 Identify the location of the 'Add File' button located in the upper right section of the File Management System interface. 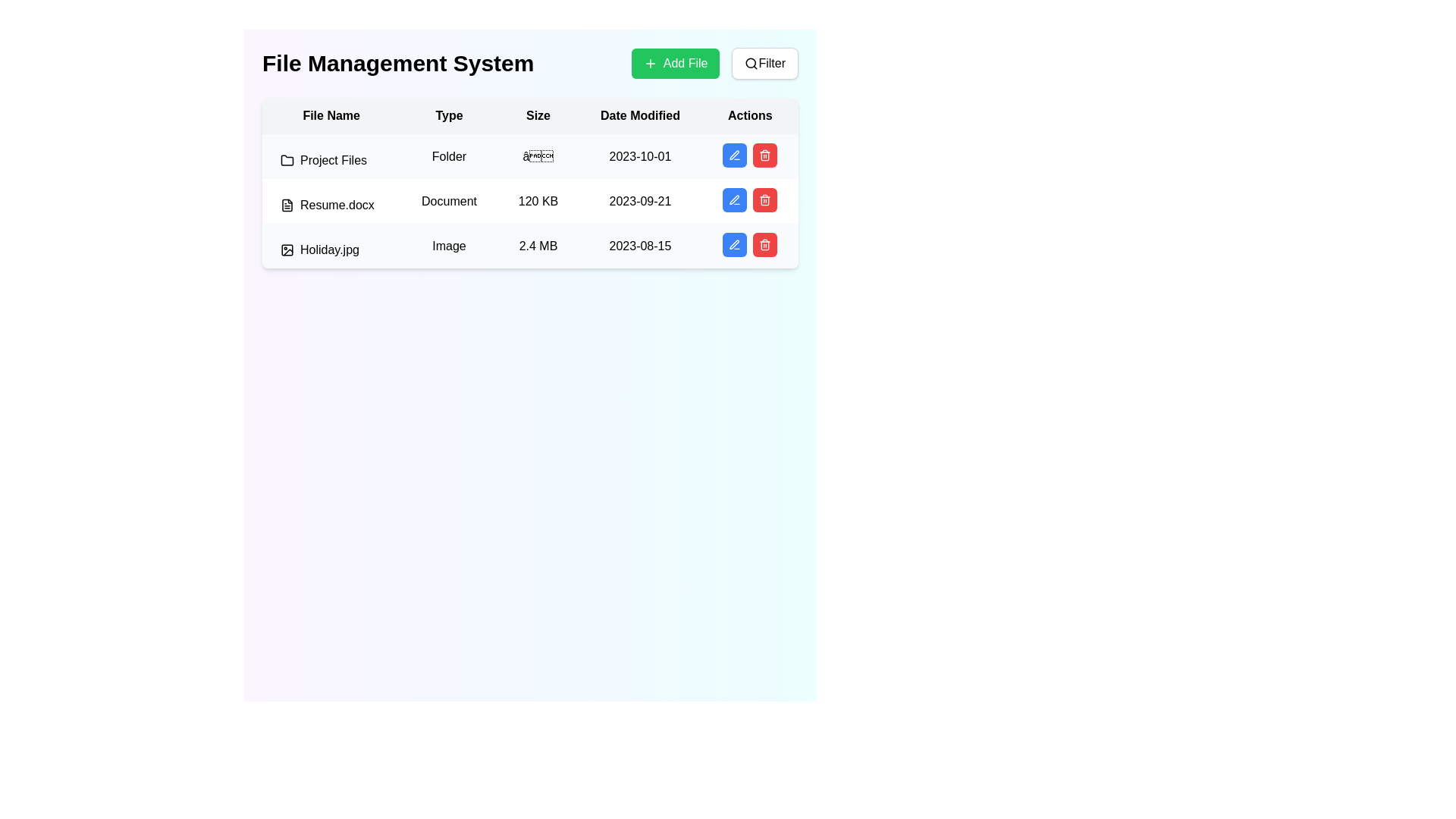
(714, 63).